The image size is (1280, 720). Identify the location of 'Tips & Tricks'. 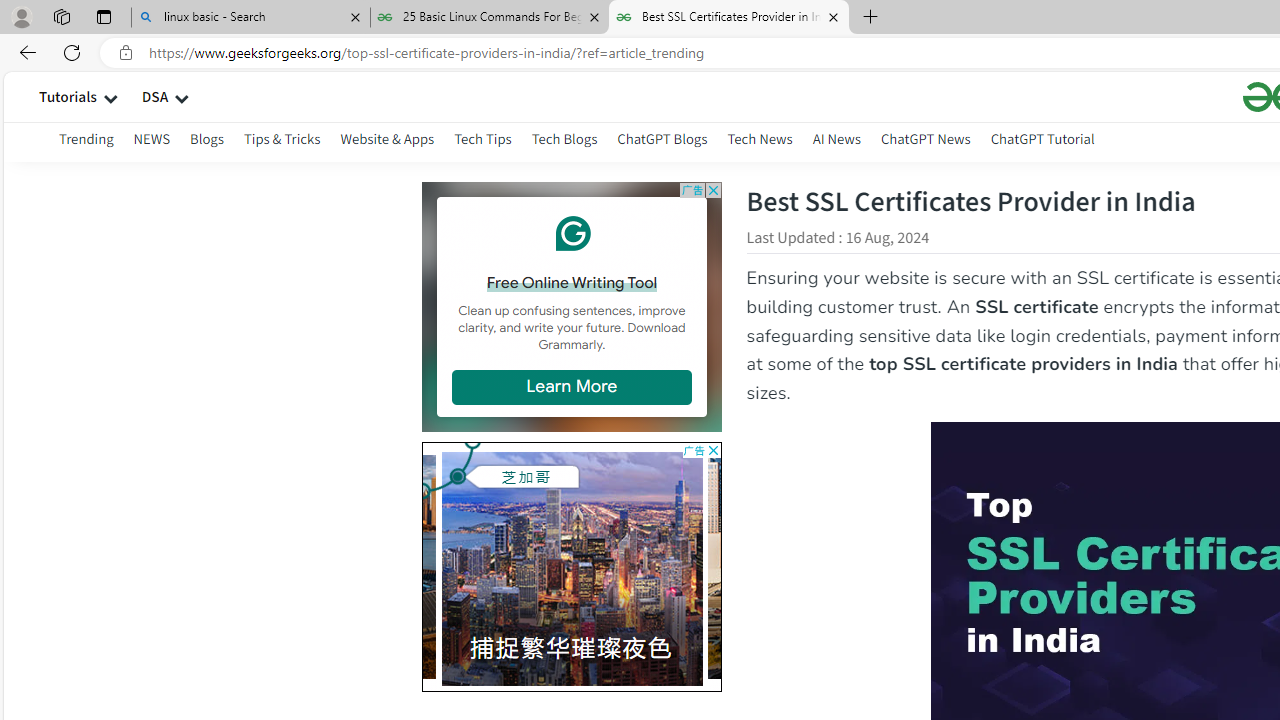
(281, 138).